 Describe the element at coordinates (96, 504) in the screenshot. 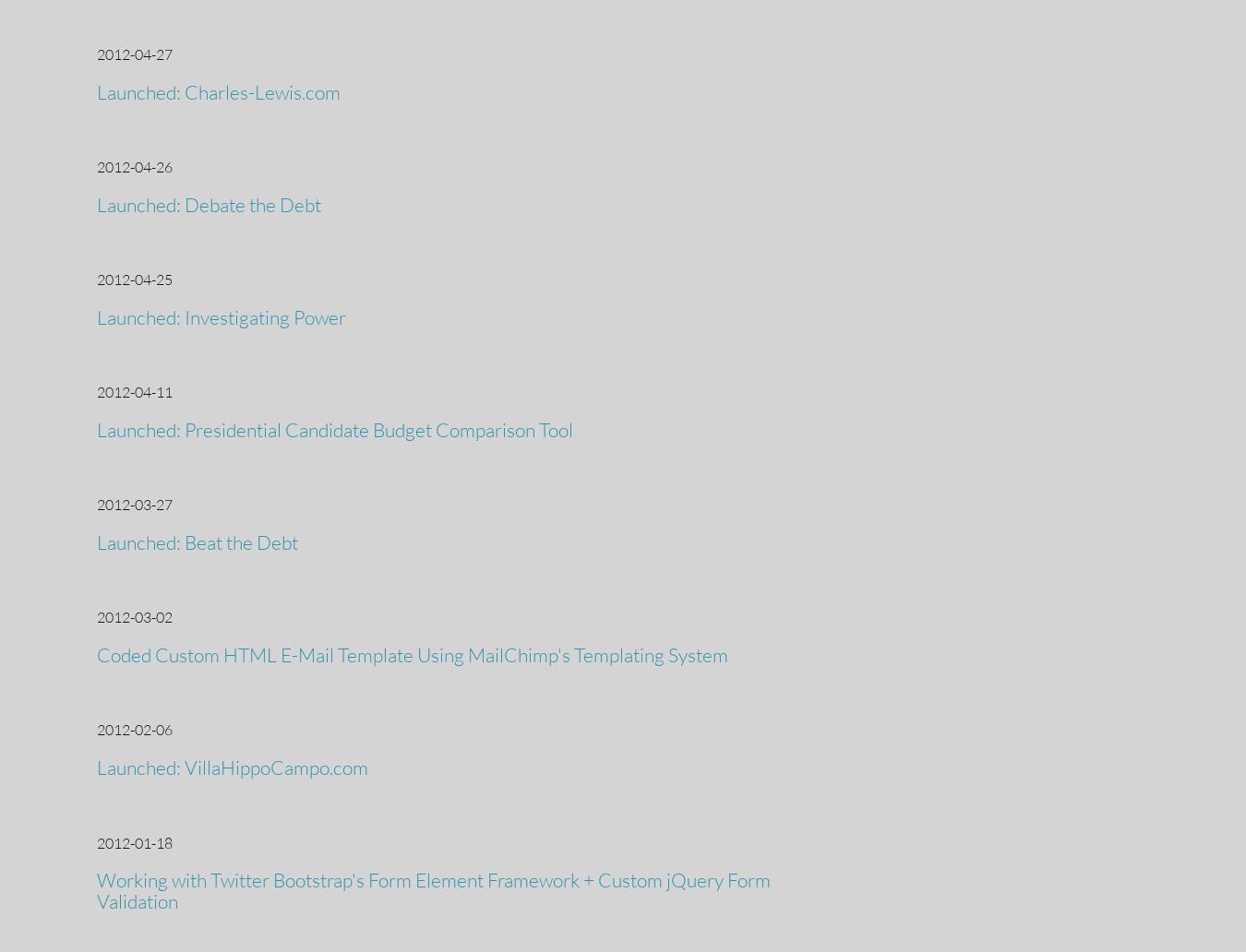

I see `'2012-03-27'` at that location.